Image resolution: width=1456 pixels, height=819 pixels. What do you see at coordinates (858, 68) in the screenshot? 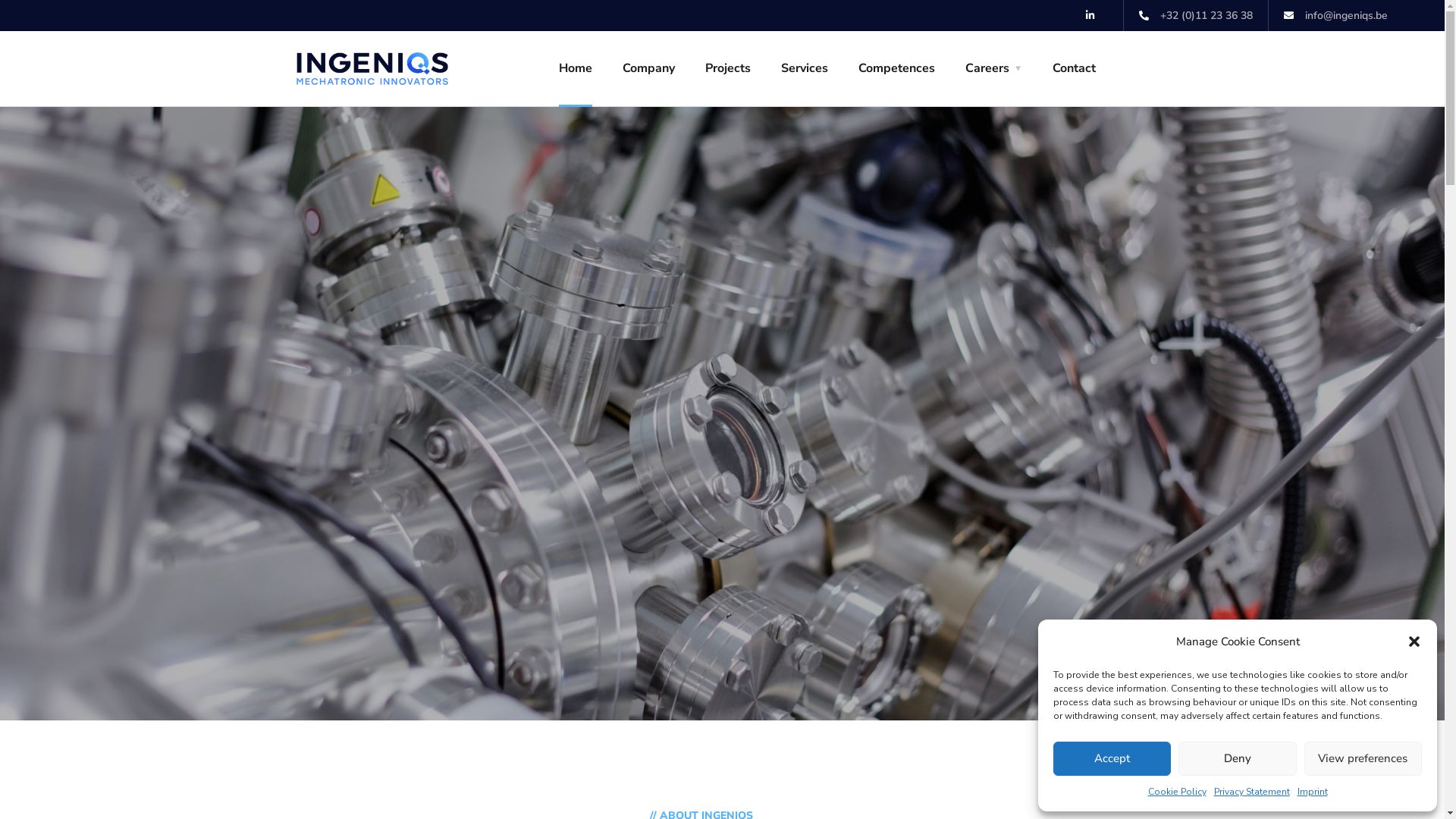
I see `'Competences'` at bounding box center [858, 68].